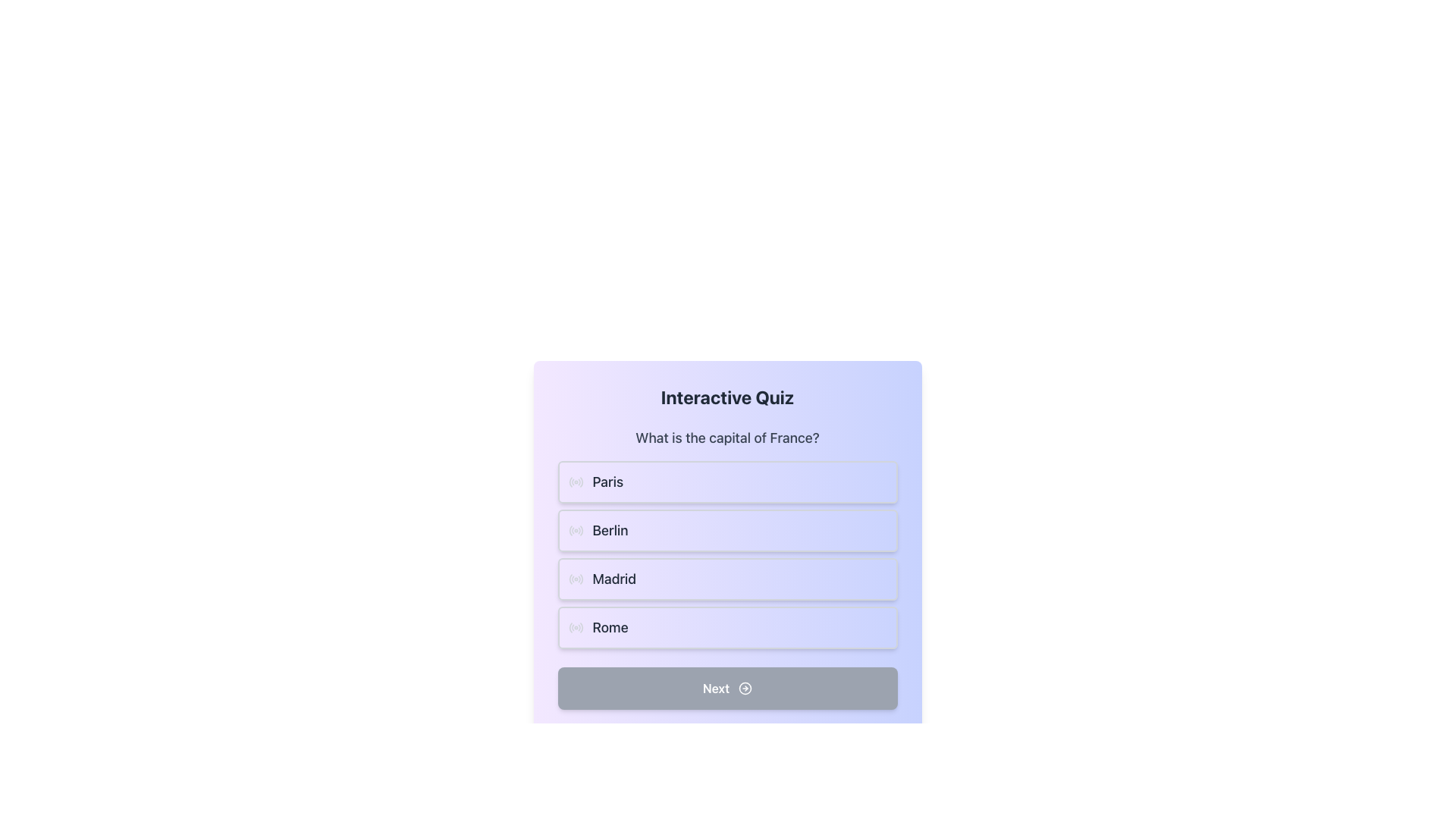 This screenshot has height=819, width=1456. What do you see at coordinates (607, 482) in the screenshot?
I see `the 'Paris' text label within the first option row of the quiz interface` at bounding box center [607, 482].